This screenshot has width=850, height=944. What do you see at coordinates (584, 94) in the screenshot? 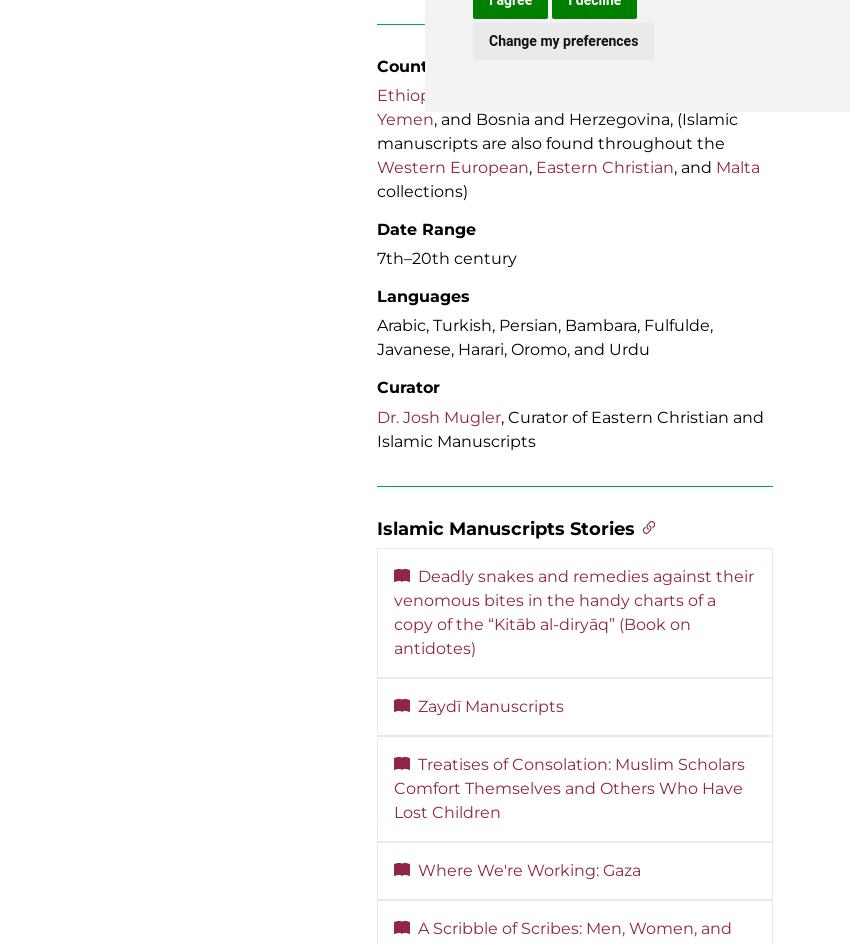
I see `'Jerusalem'` at bounding box center [584, 94].